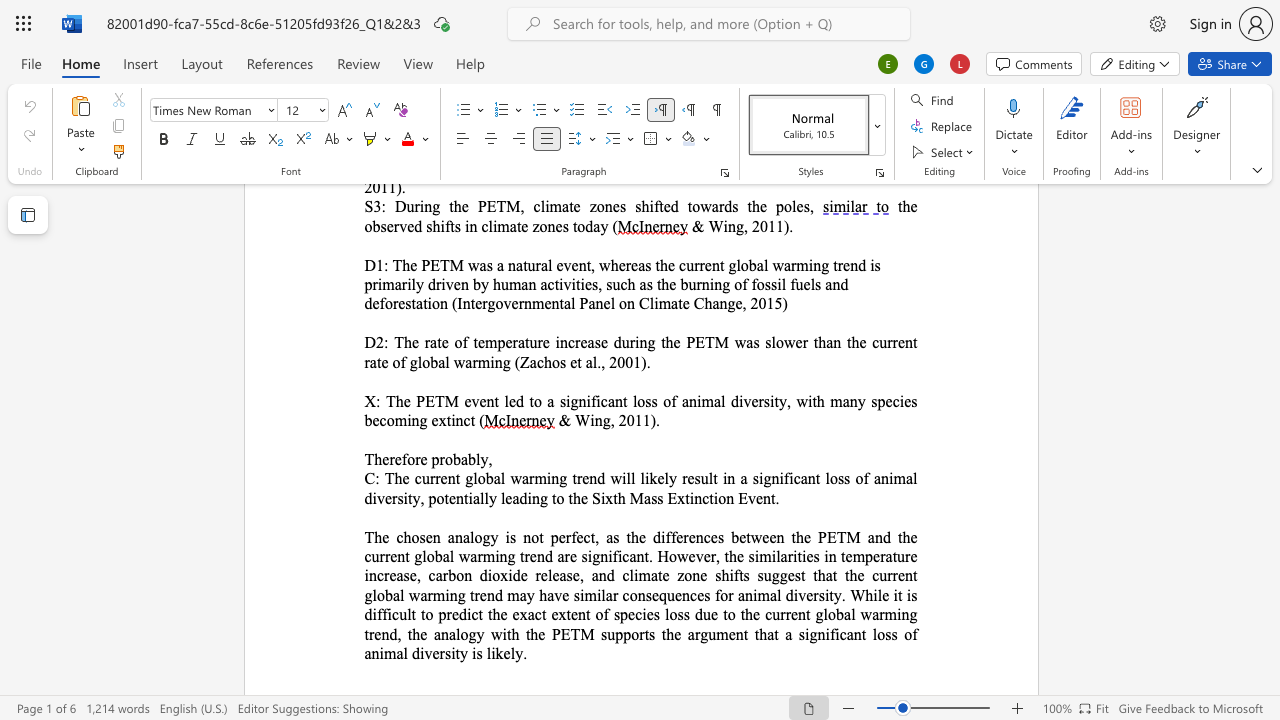 This screenshot has height=720, width=1280. I want to click on the 2th character "n" in the text, so click(774, 478).